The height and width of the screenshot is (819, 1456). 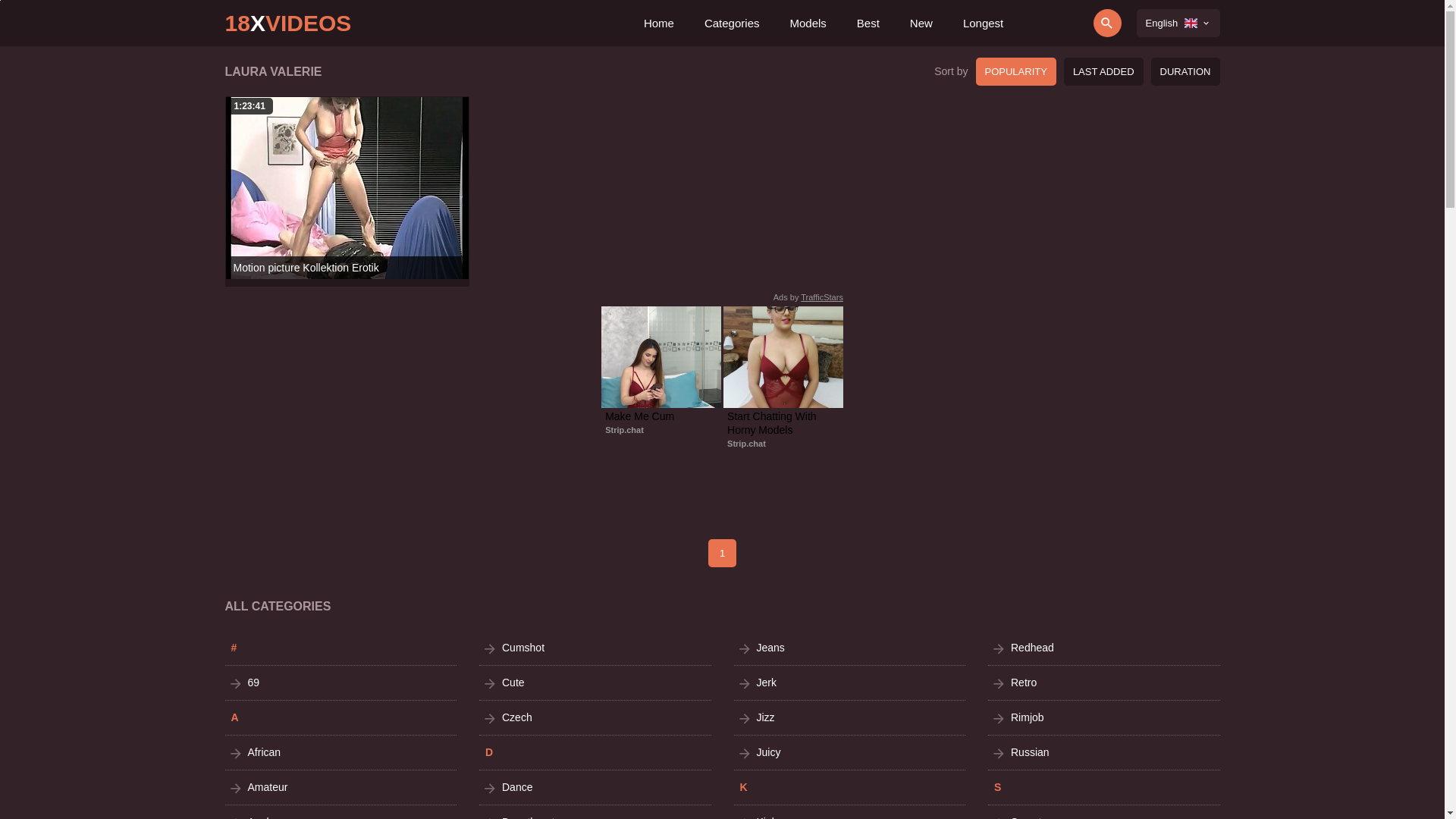 I want to click on 'Cute', so click(x=595, y=682).